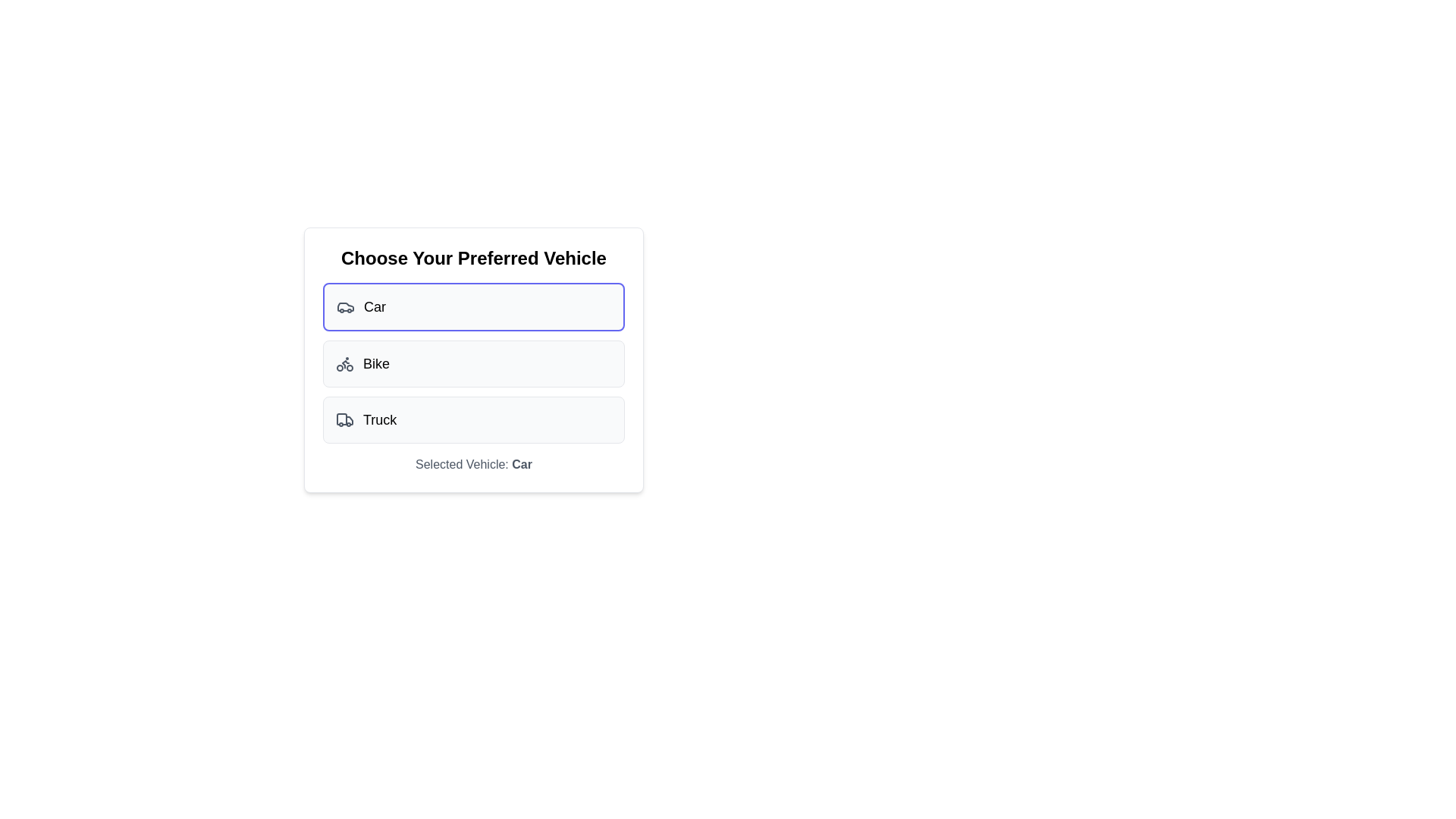 Image resolution: width=1456 pixels, height=819 pixels. Describe the element at coordinates (344, 363) in the screenshot. I see `the decorative 'Bike' icon located to the left of the text label 'Bike' in the vehicle selection list` at that location.